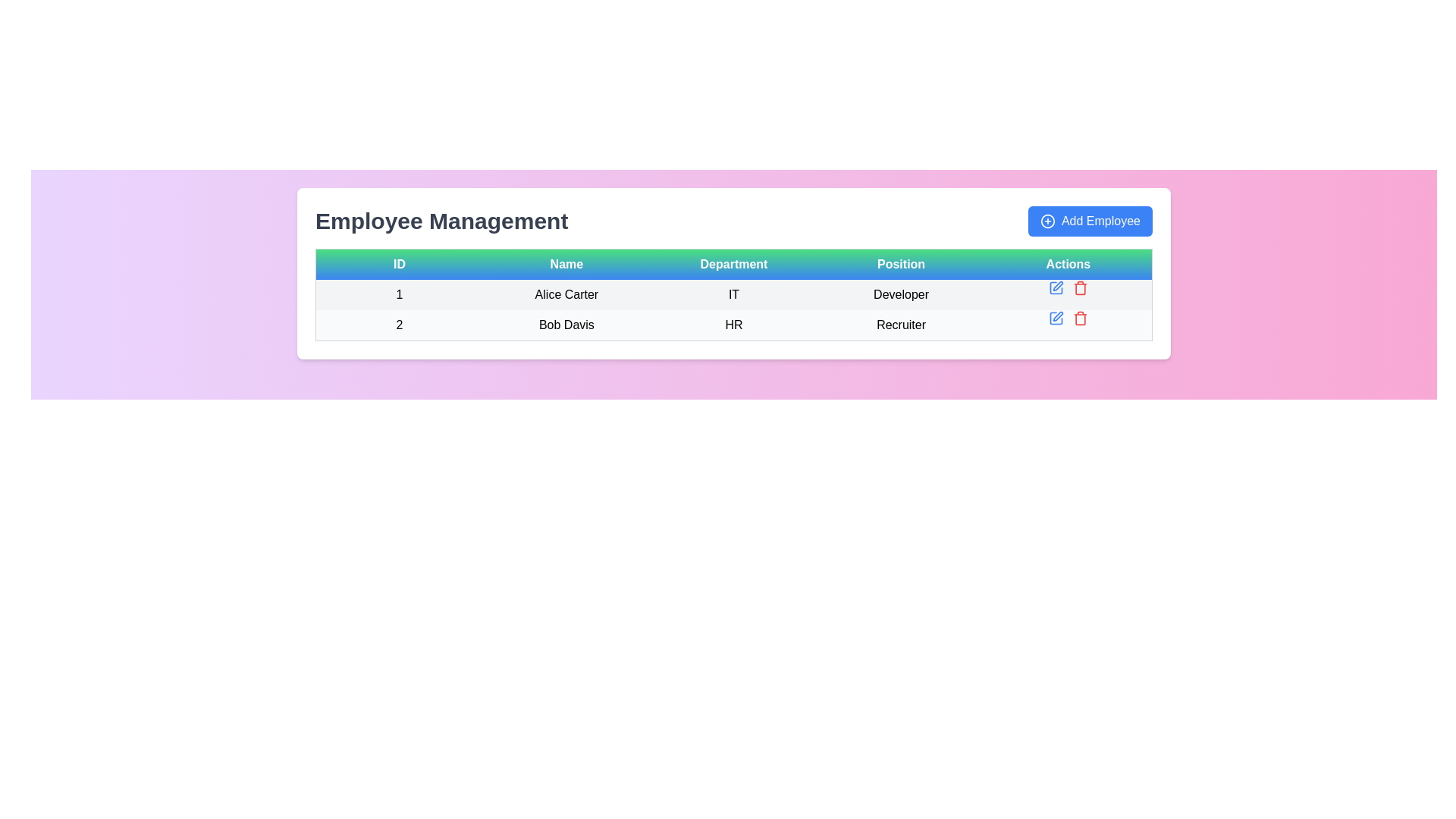 This screenshot has height=819, width=1456. Describe the element at coordinates (566, 325) in the screenshot. I see `the text label displaying 'Bob Davis' which is located in the second row of the 'Employee Management' table under the 'Name' column` at that location.